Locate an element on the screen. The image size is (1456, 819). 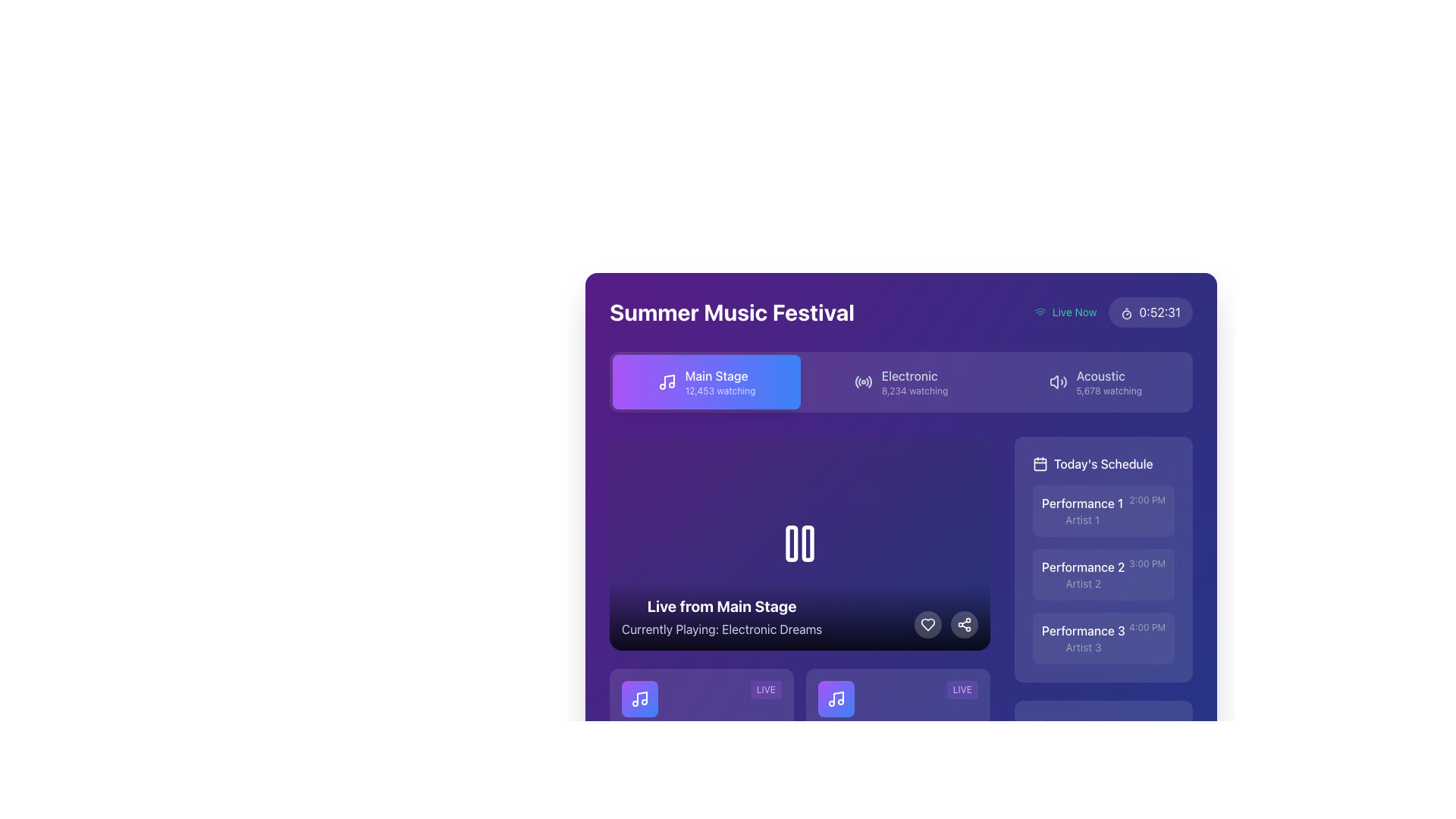
the non-interactive text label displaying the scheduled time for 'Performance 3' in the 'Today's Schedule' list, located at the bottom right corner adjacent to 'Artist 3' is located at coordinates (1147, 628).